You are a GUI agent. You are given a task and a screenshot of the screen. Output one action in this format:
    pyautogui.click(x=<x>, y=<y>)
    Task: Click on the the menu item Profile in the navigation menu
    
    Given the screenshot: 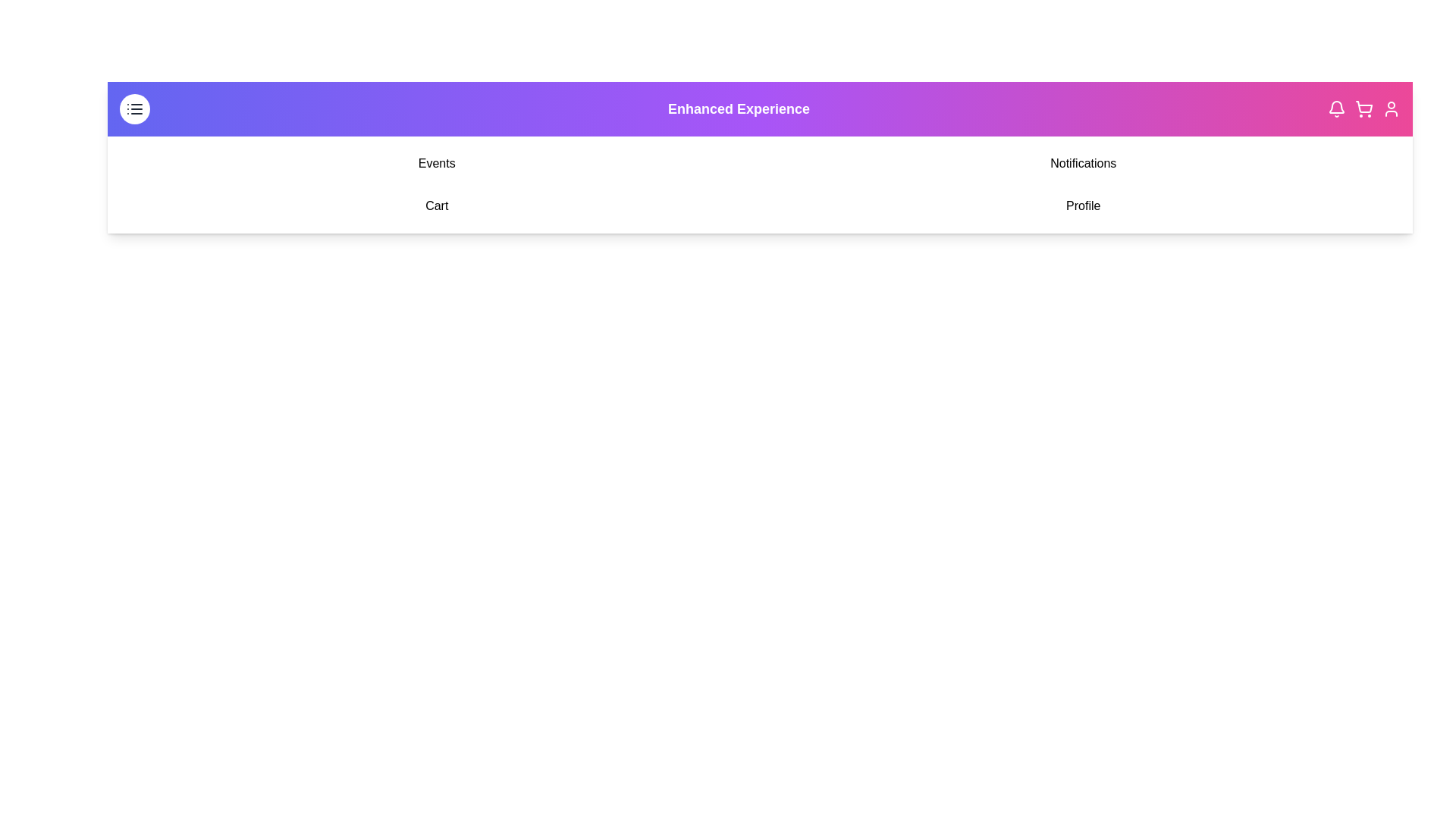 What is the action you would take?
    pyautogui.click(x=1082, y=206)
    